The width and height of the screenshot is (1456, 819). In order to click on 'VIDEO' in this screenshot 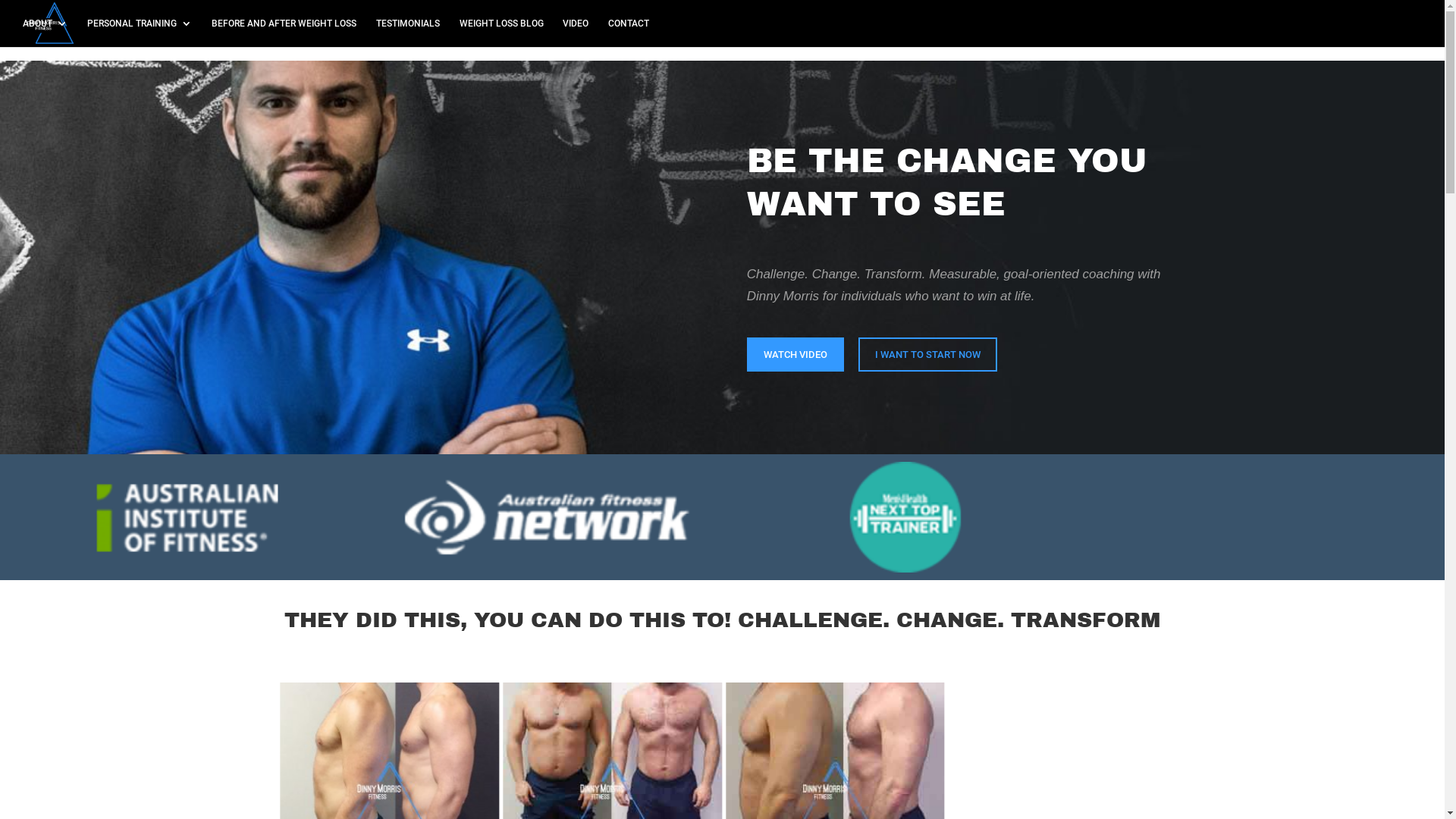, I will do `click(562, 32)`.